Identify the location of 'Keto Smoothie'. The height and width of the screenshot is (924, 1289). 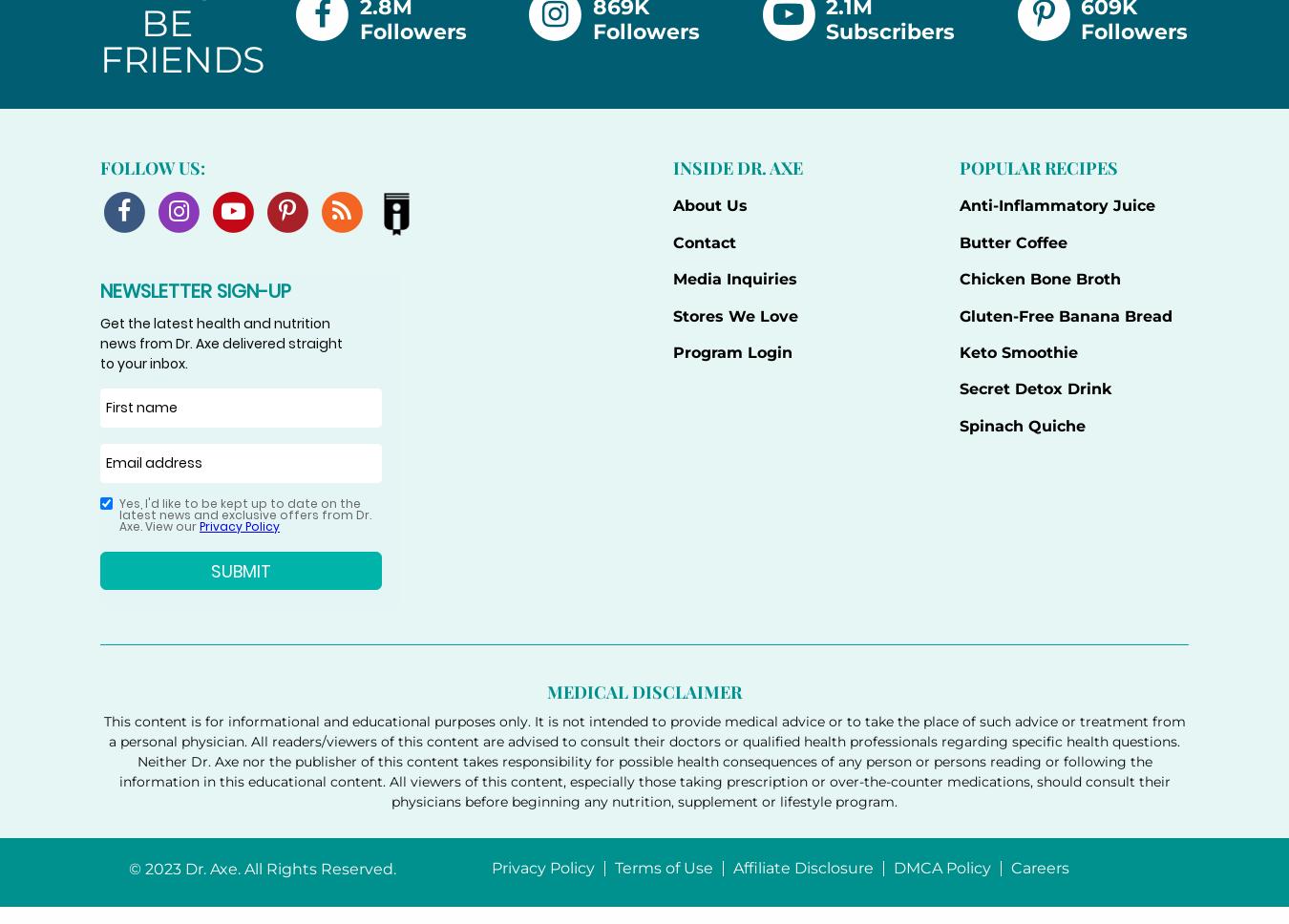
(1017, 350).